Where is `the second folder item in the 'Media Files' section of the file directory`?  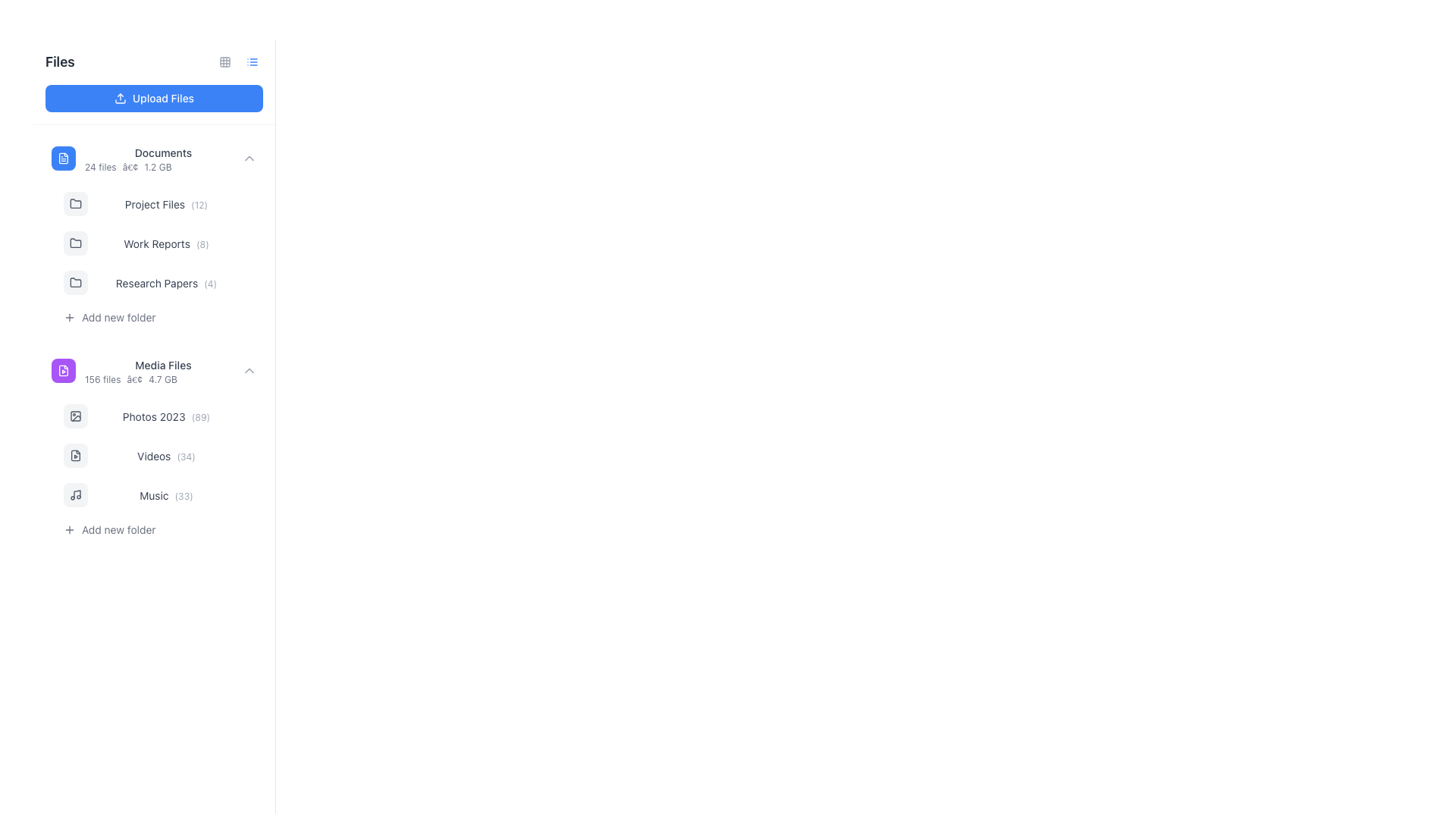 the second folder item in the 'Media Files' section of the file directory is located at coordinates (154, 446).